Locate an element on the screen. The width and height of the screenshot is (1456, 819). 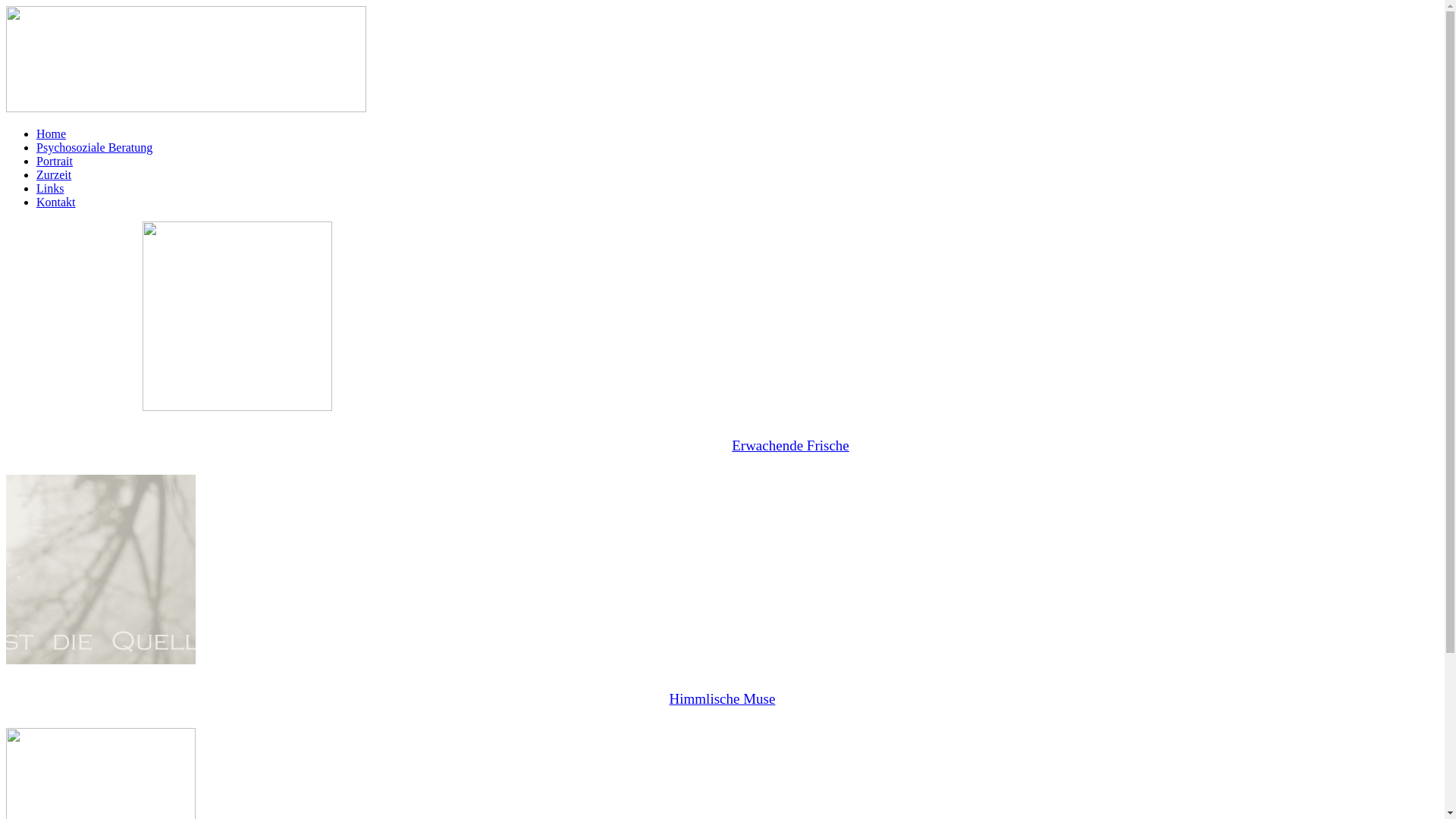
'Psychosoziale Beratung' is located at coordinates (93, 147).